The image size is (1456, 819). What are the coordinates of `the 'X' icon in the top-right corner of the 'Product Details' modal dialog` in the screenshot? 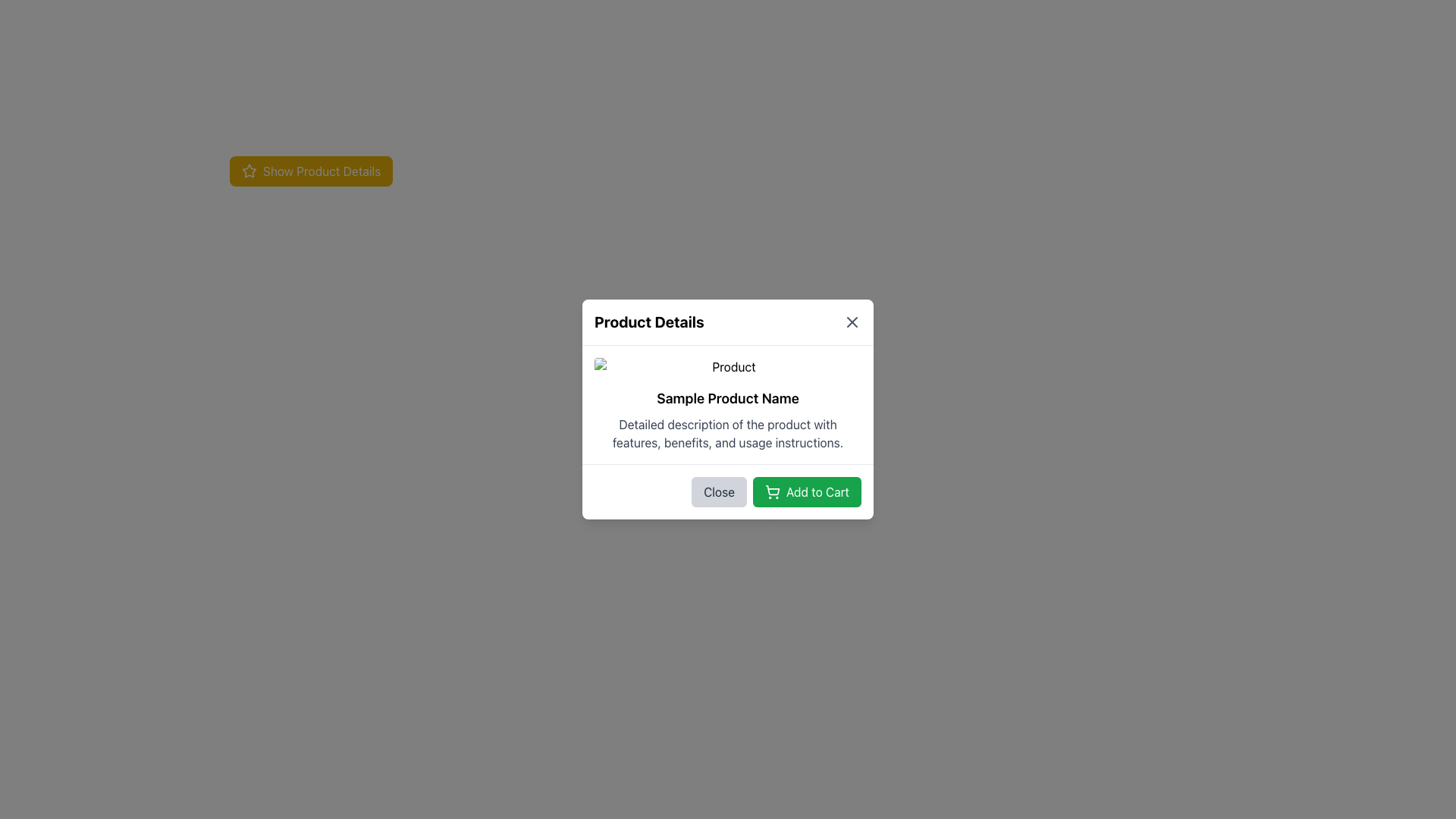 It's located at (852, 321).